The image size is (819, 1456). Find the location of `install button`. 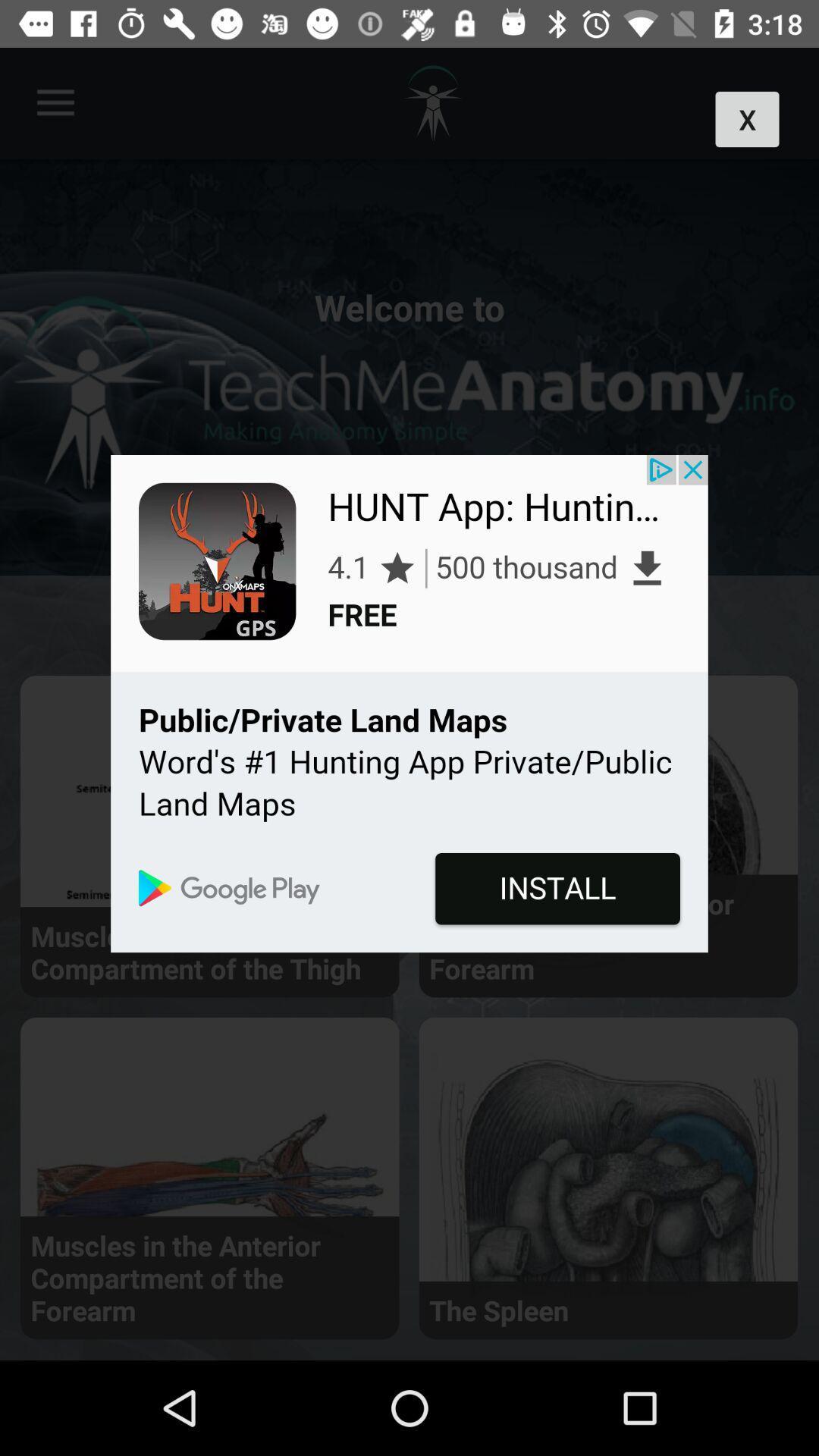

install button is located at coordinates (409, 703).